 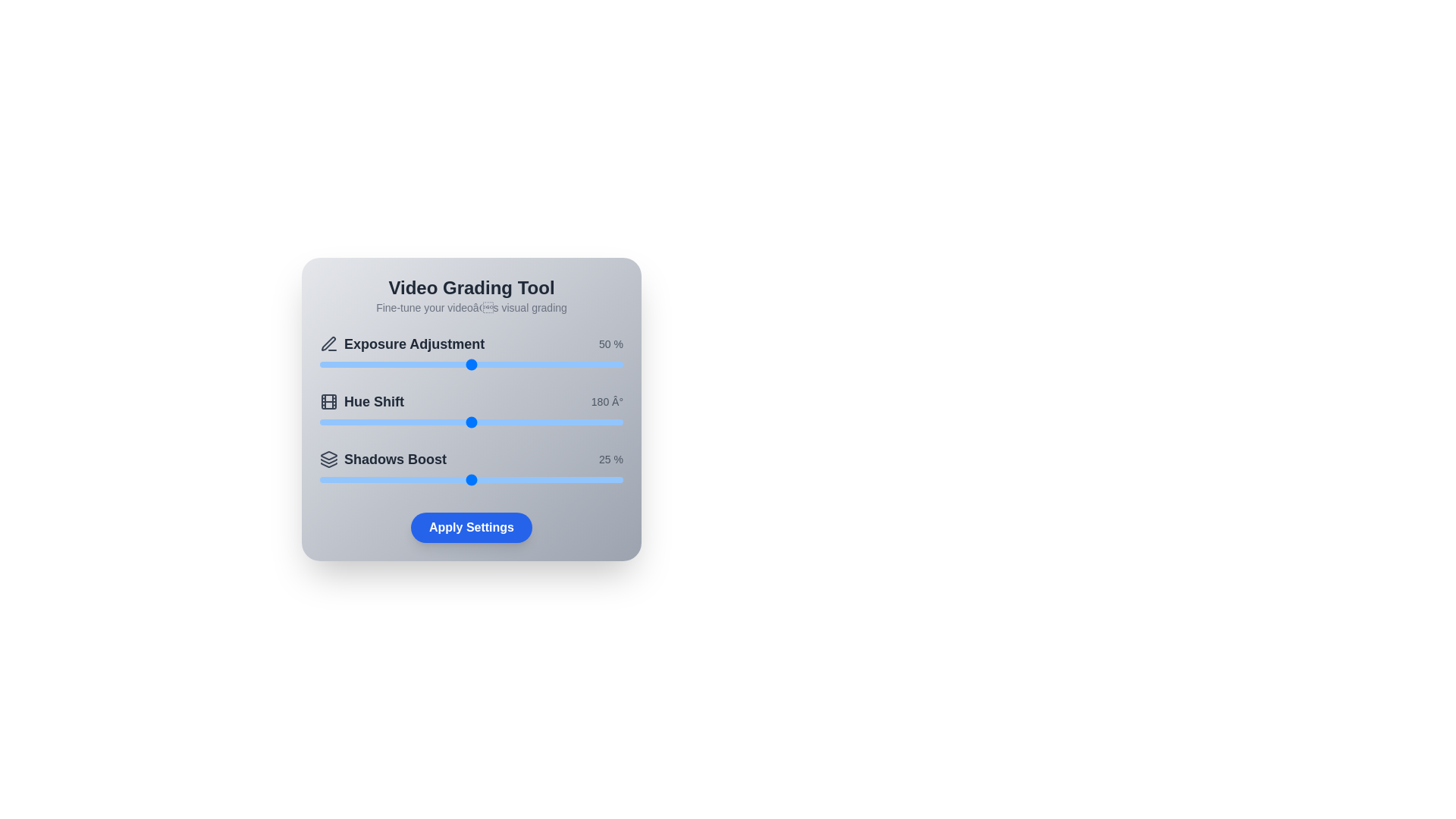 I want to click on the hue shift, so click(x=419, y=422).